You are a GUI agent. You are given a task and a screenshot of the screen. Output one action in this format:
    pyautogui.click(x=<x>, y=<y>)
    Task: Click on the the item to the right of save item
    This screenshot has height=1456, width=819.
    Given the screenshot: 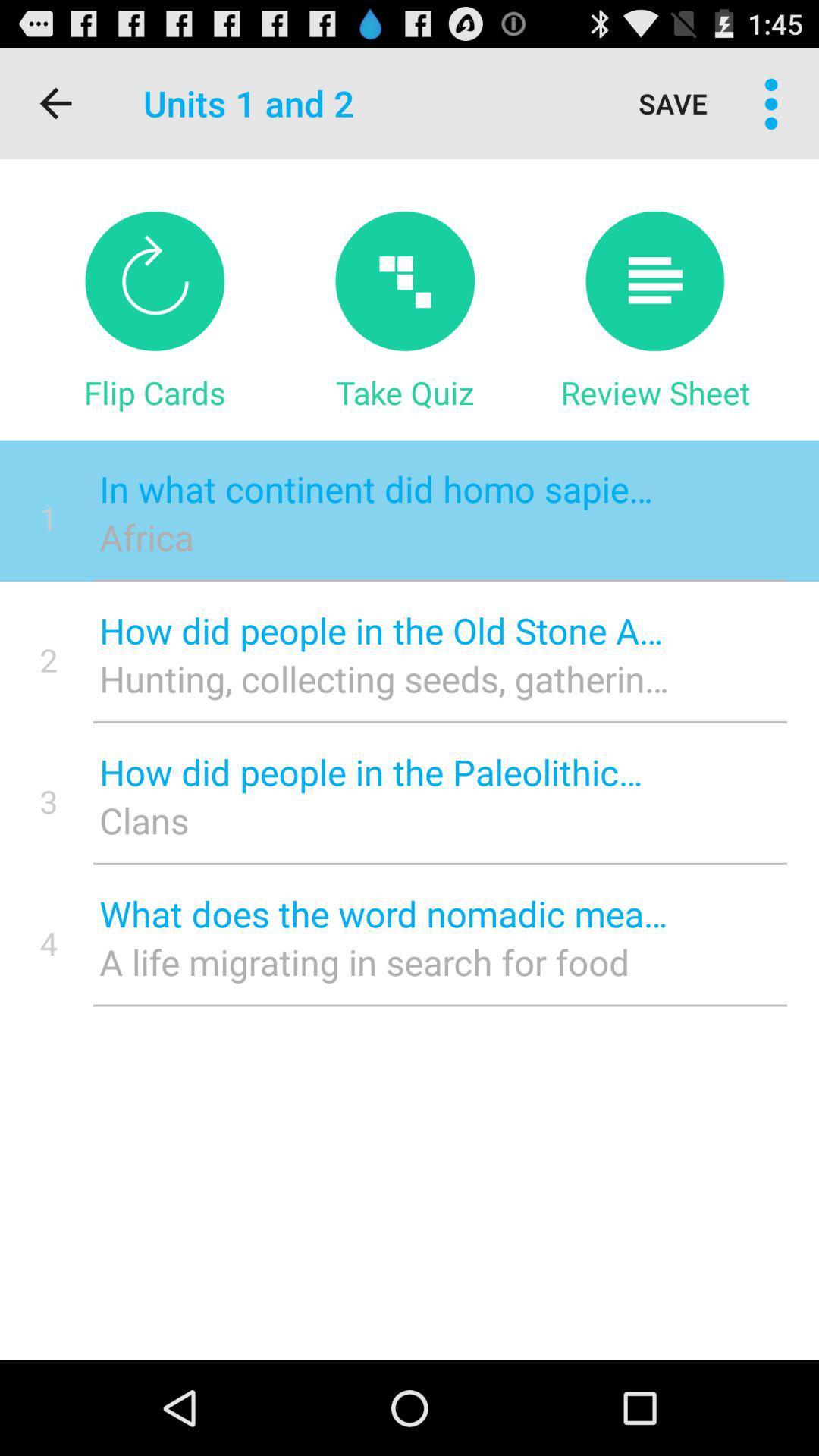 What is the action you would take?
    pyautogui.click(x=771, y=102)
    